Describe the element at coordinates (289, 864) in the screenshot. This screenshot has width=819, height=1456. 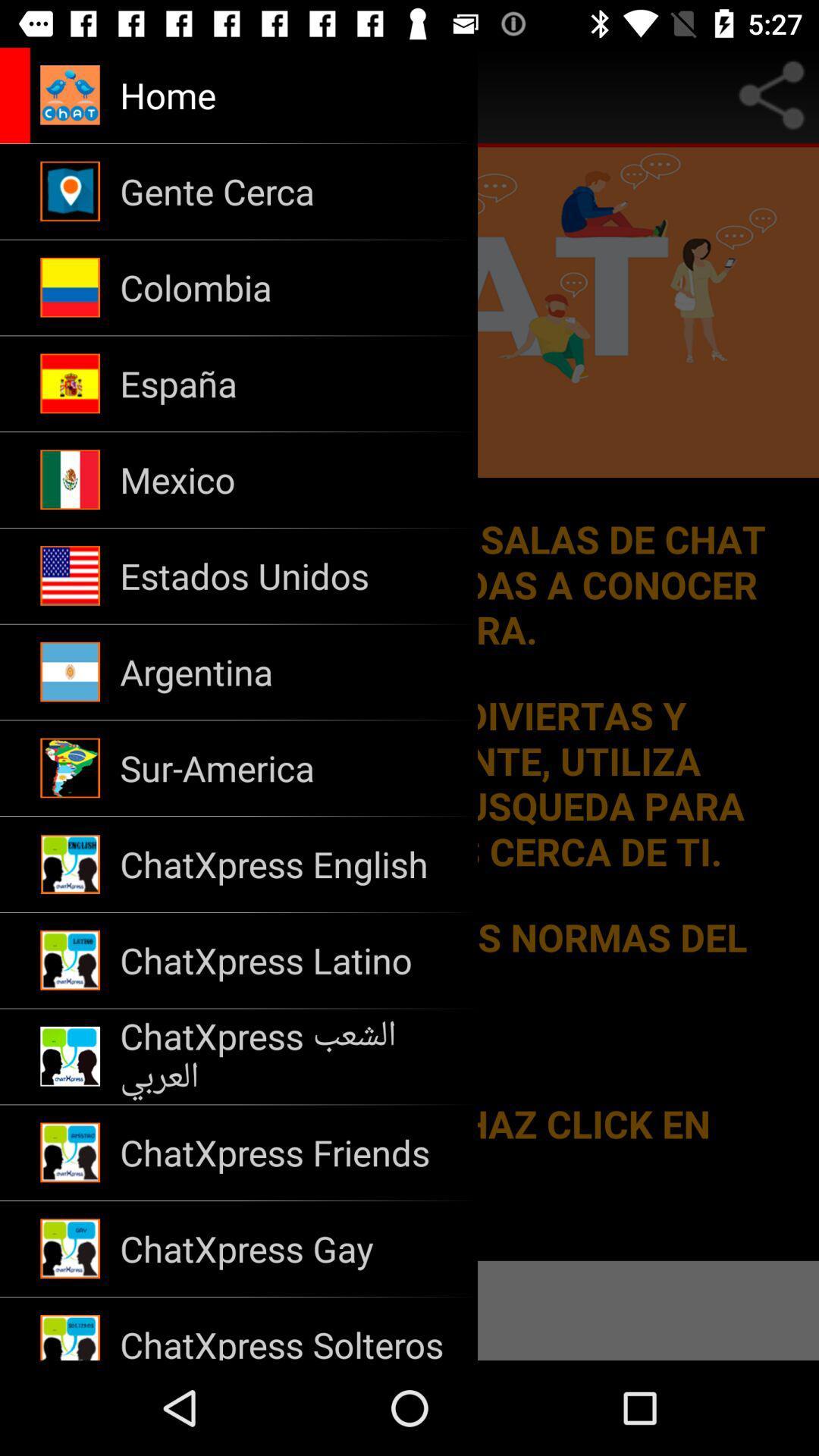
I see `app above the chatxpress latino app` at that location.